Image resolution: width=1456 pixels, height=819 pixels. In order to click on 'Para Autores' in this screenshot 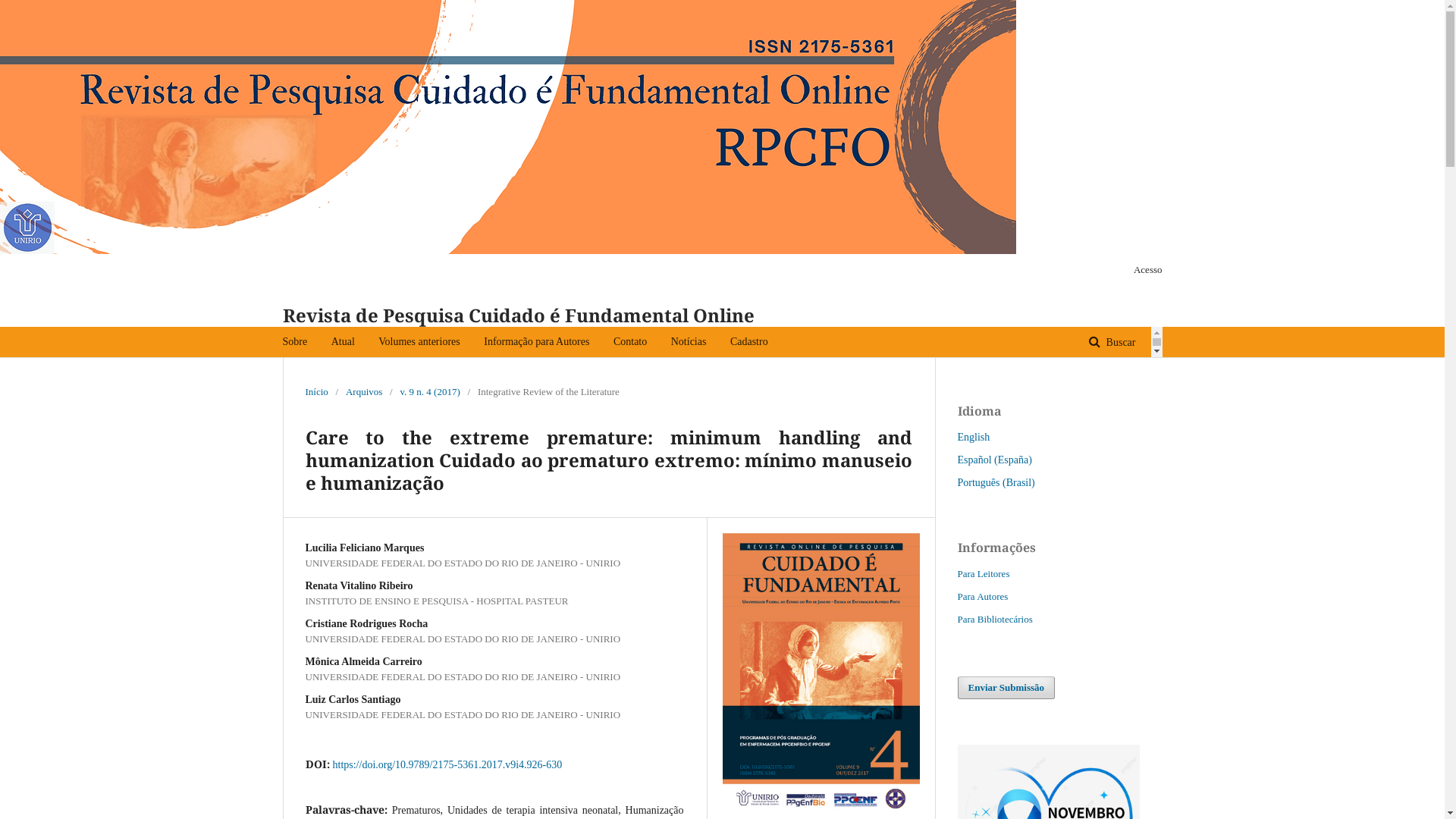, I will do `click(982, 595)`.